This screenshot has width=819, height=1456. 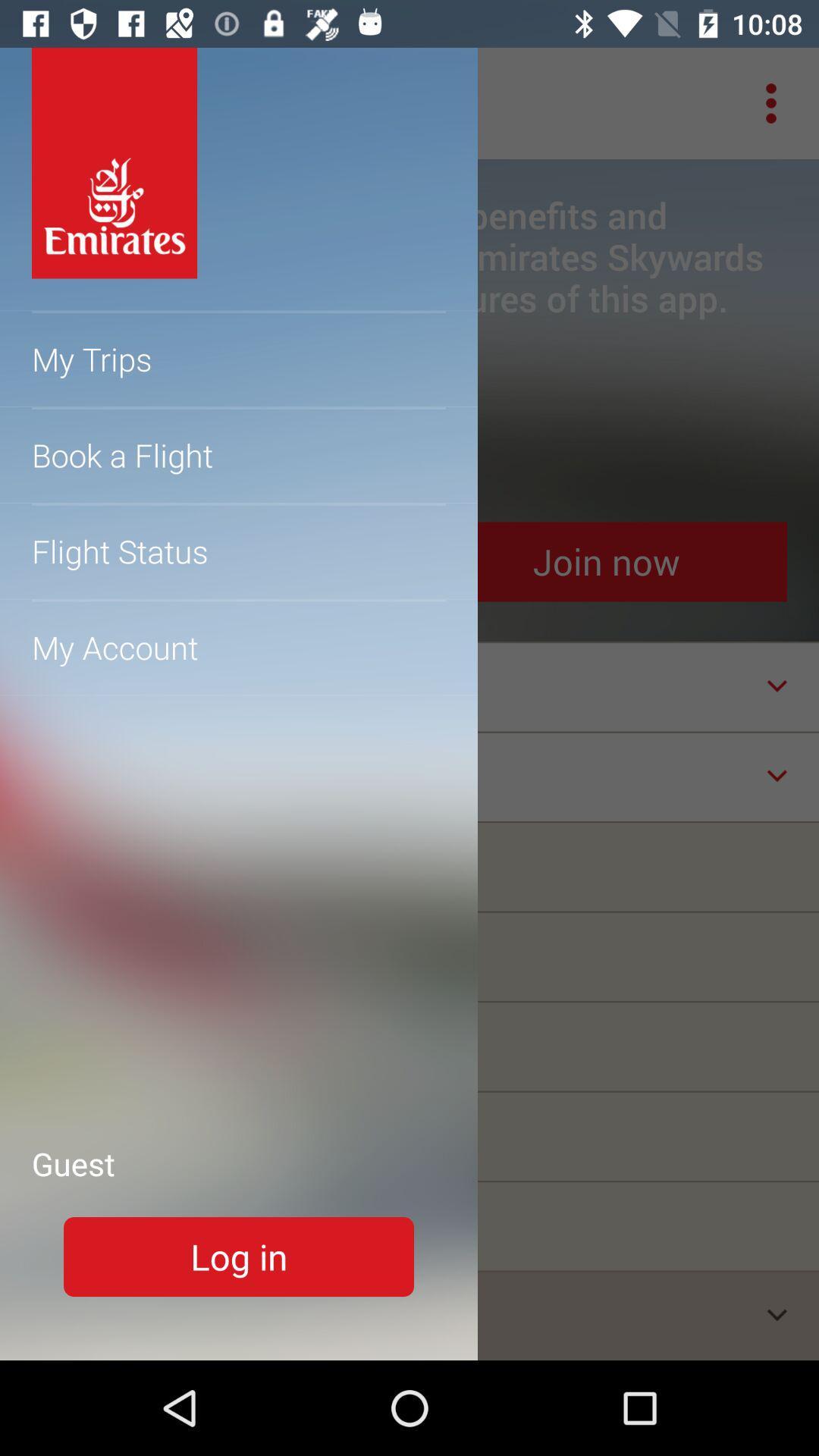 I want to click on the expand_more icon, so click(x=777, y=1314).